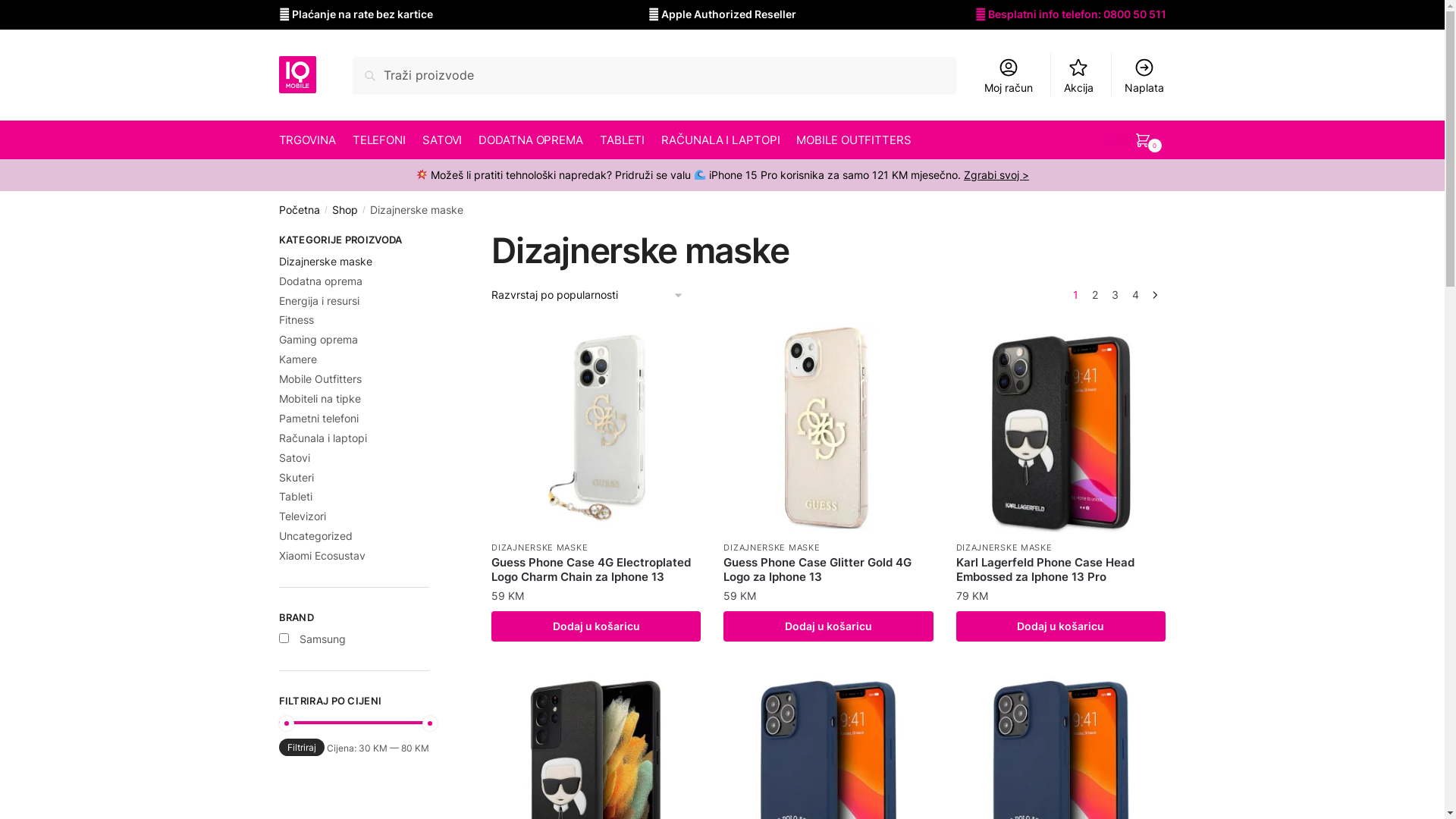 This screenshot has width=1456, height=819. Describe the element at coordinates (441, 140) in the screenshot. I see `'SATOVI'` at that location.